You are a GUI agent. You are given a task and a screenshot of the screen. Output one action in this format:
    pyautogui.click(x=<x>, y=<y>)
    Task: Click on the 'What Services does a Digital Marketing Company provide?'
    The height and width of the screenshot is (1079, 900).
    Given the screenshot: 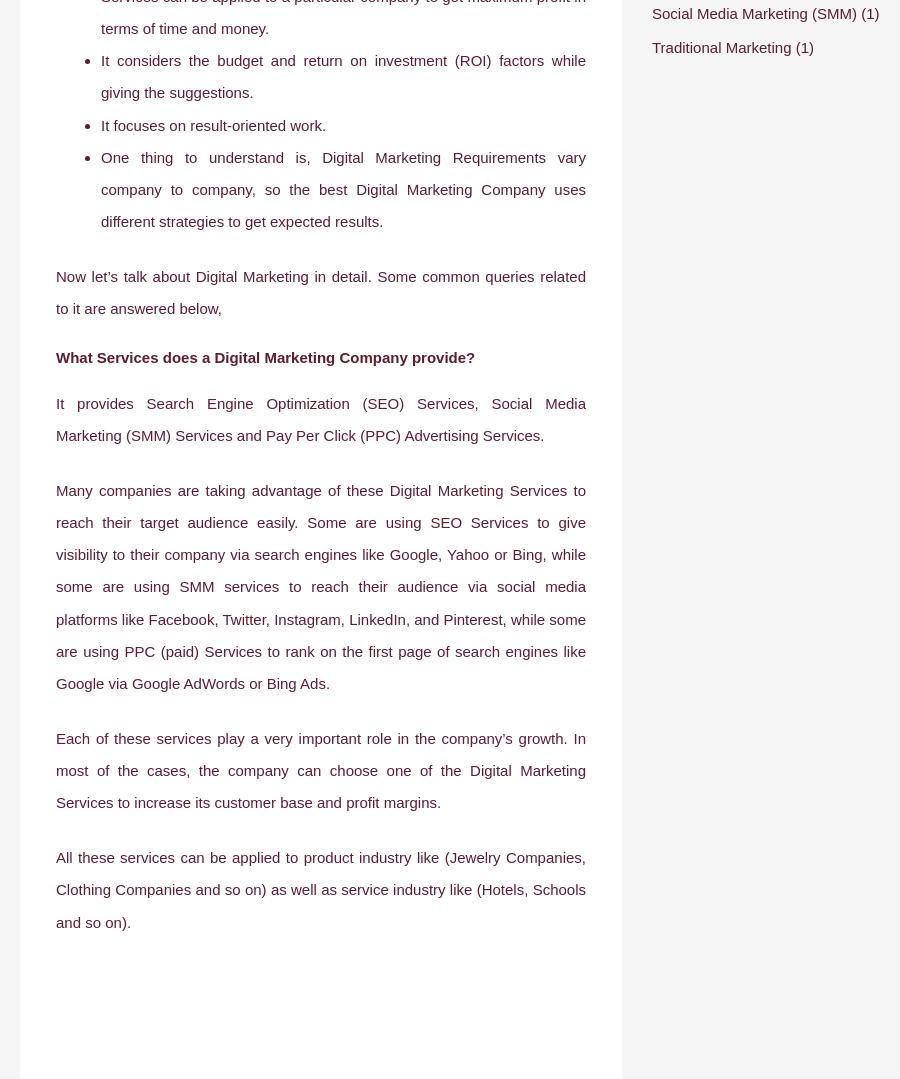 What is the action you would take?
    pyautogui.click(x=264, y=357)
    